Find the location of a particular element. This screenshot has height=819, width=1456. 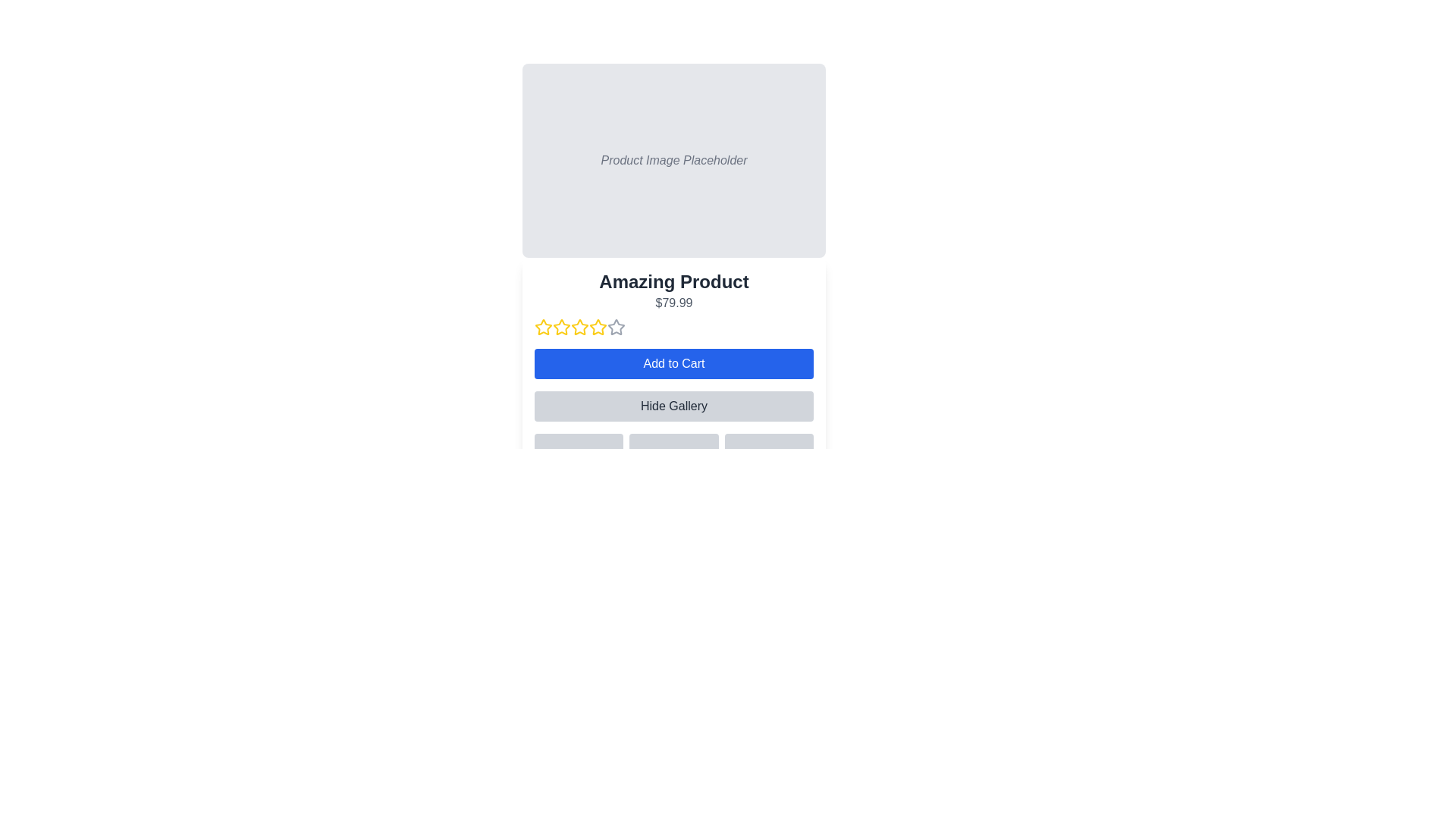

the first star icon in the star rating system, located below the product details labeled 'Amazing Product $79.99' is located at coordinates (543, 327).